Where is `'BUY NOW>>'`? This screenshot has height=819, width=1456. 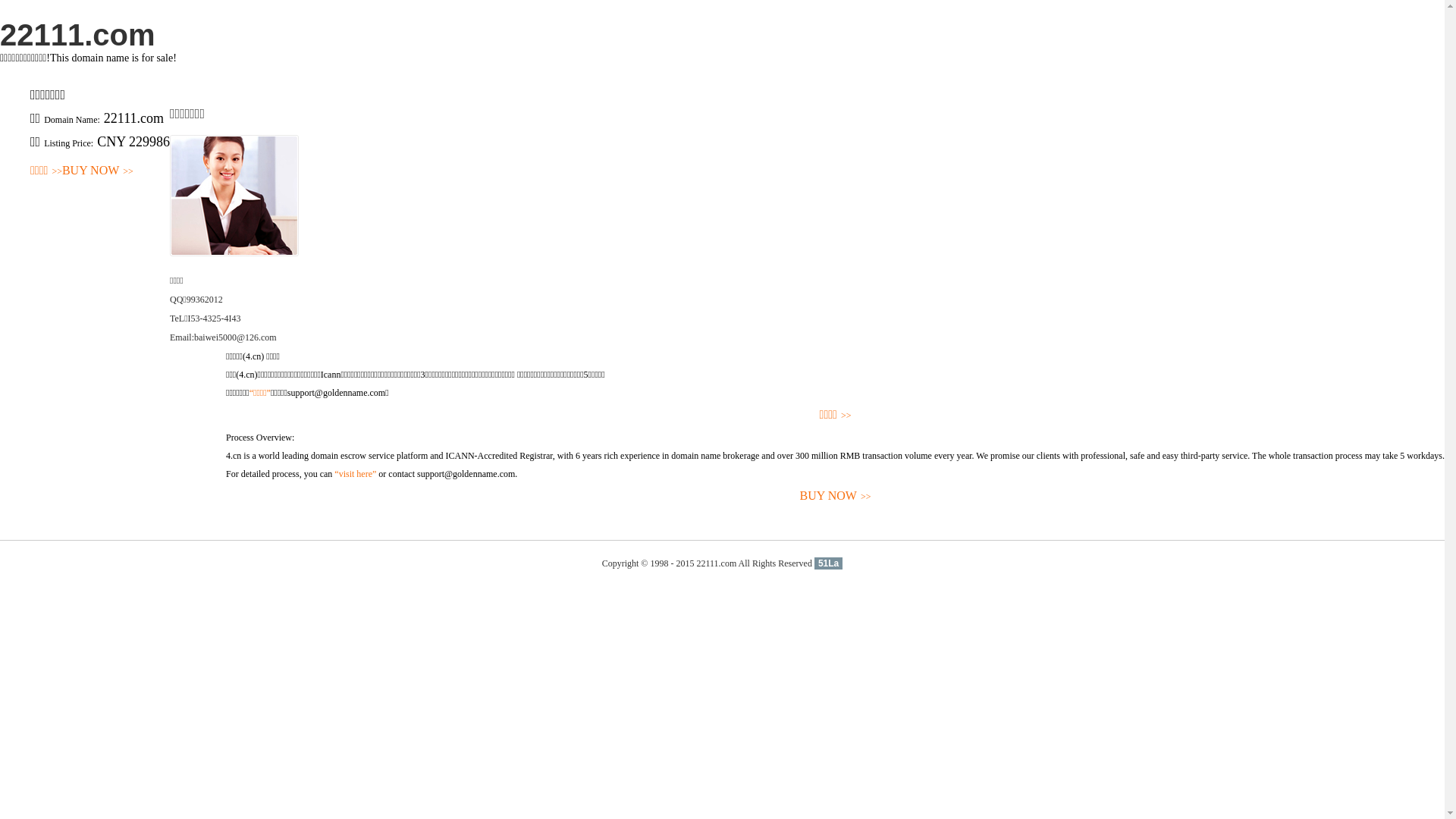 'BUY NOW>>' is located at coordinates (97, 171).